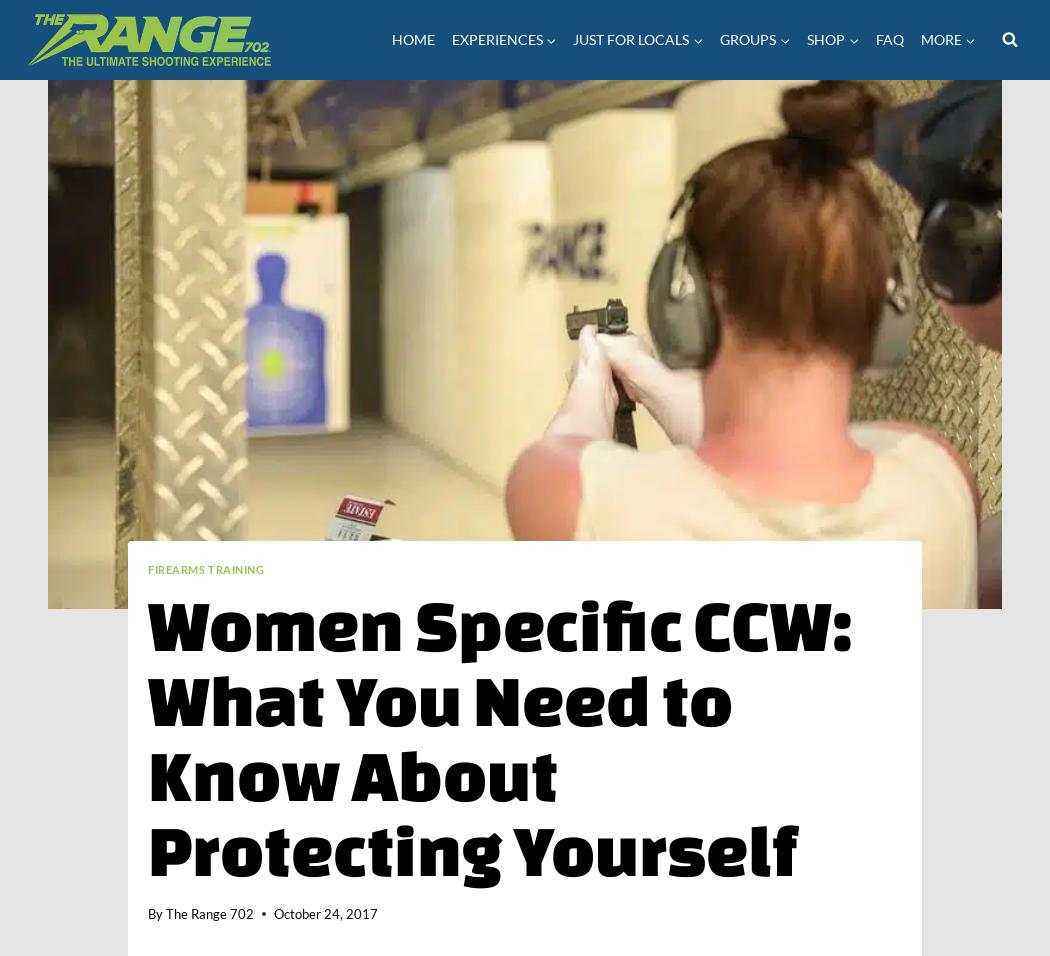  I want to click on 'Experiences', so click(450, 37).